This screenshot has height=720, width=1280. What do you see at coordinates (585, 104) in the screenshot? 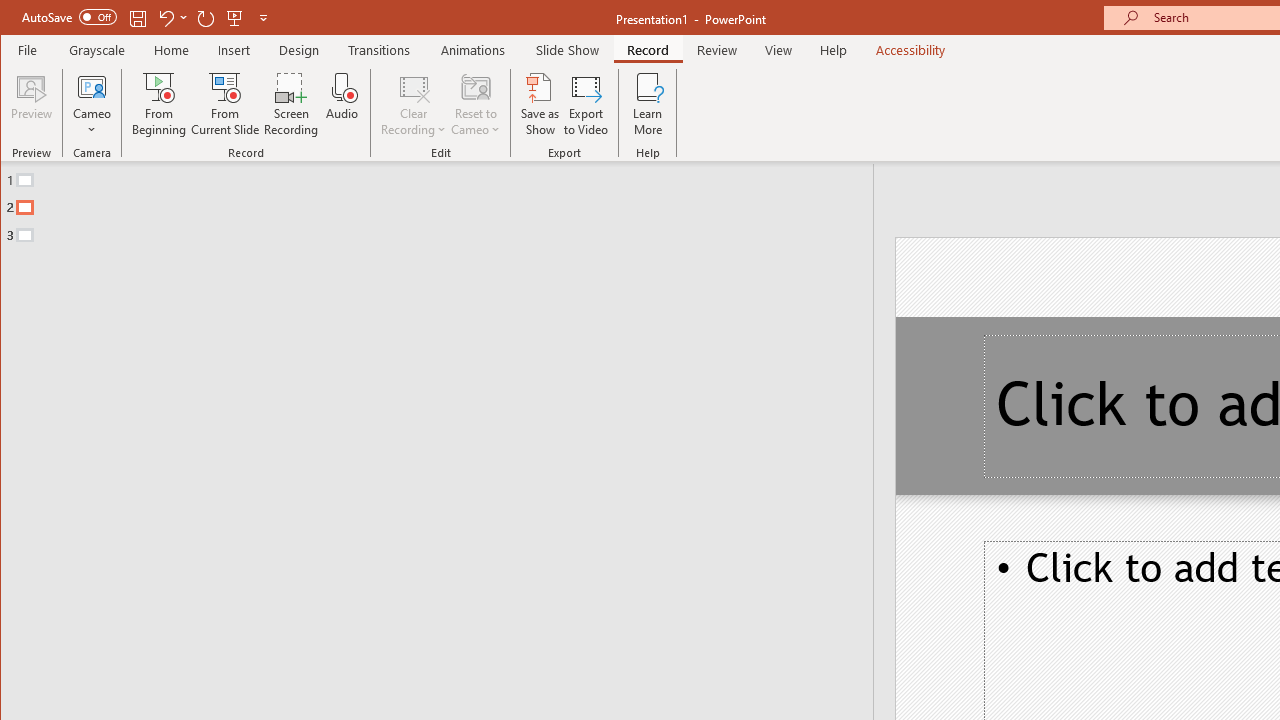
I see `'Export to Video'` at bounding box center [585, 104].